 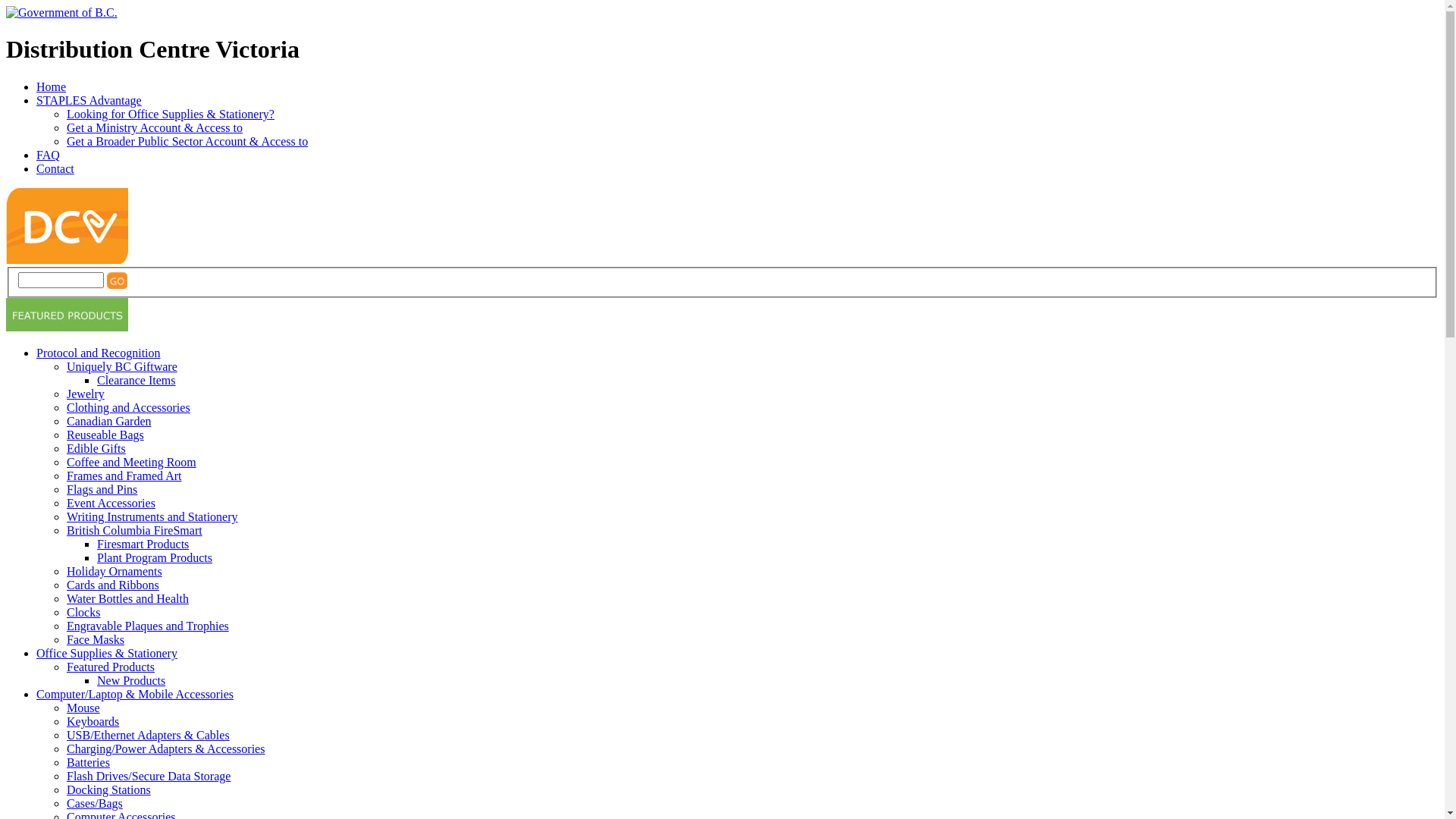 What do you see at coordinates (36, 694) in the screenshot?
I see `'Computer/Laptop & Mobile Accessories'` at bounding box center [36, 694].